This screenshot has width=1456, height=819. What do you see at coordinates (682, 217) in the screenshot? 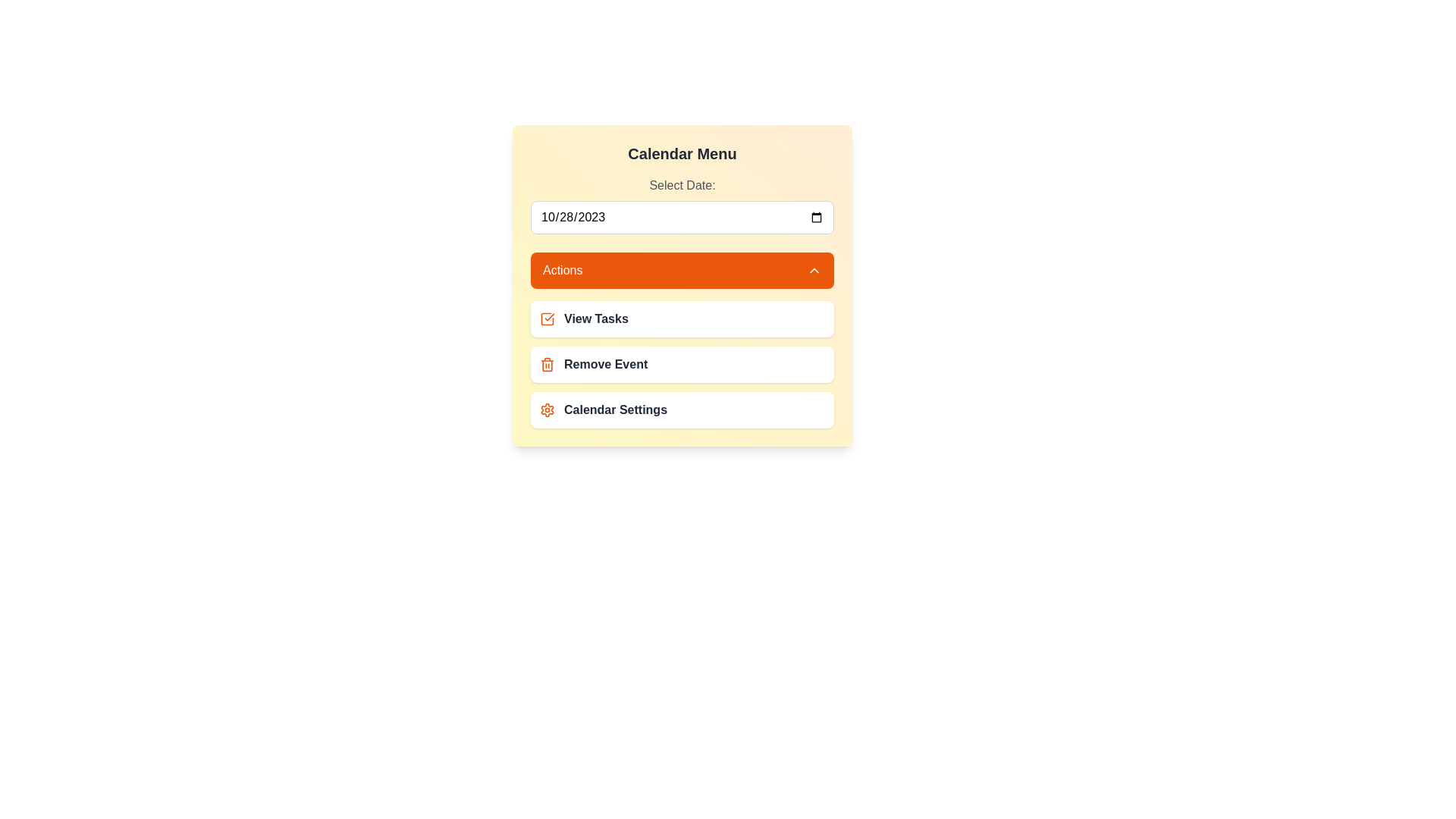
I see `the date input field to focus and allow date selection` at bounding box center [682, 217].